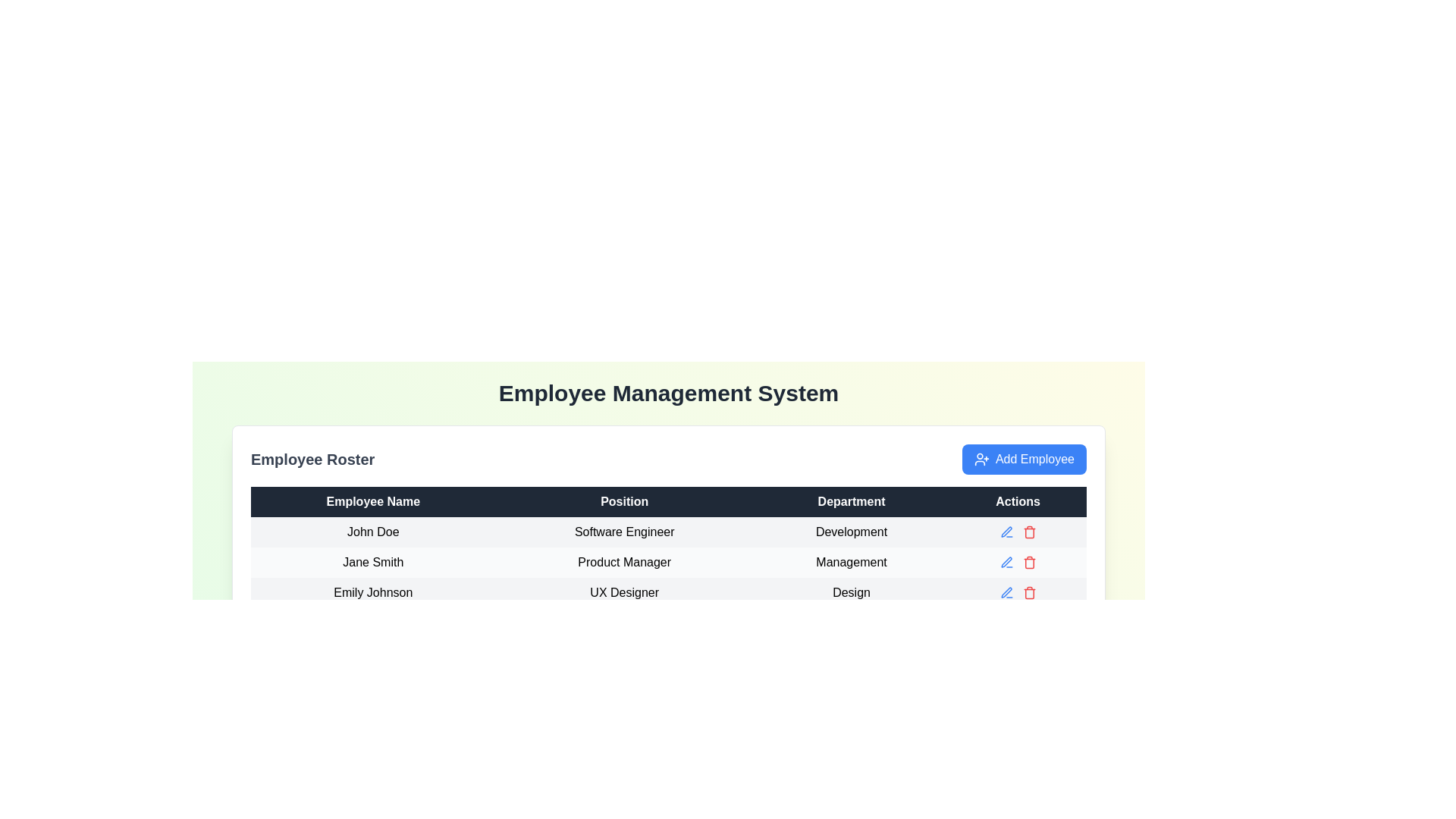 This screenshot has height=819, width=1456. I want to click on text element that displays 'Software Engineer' in the 'Position' column of the first row in the 'Employee Roster' table, located between 'John Doe' and 'Development', so click(624, 532).